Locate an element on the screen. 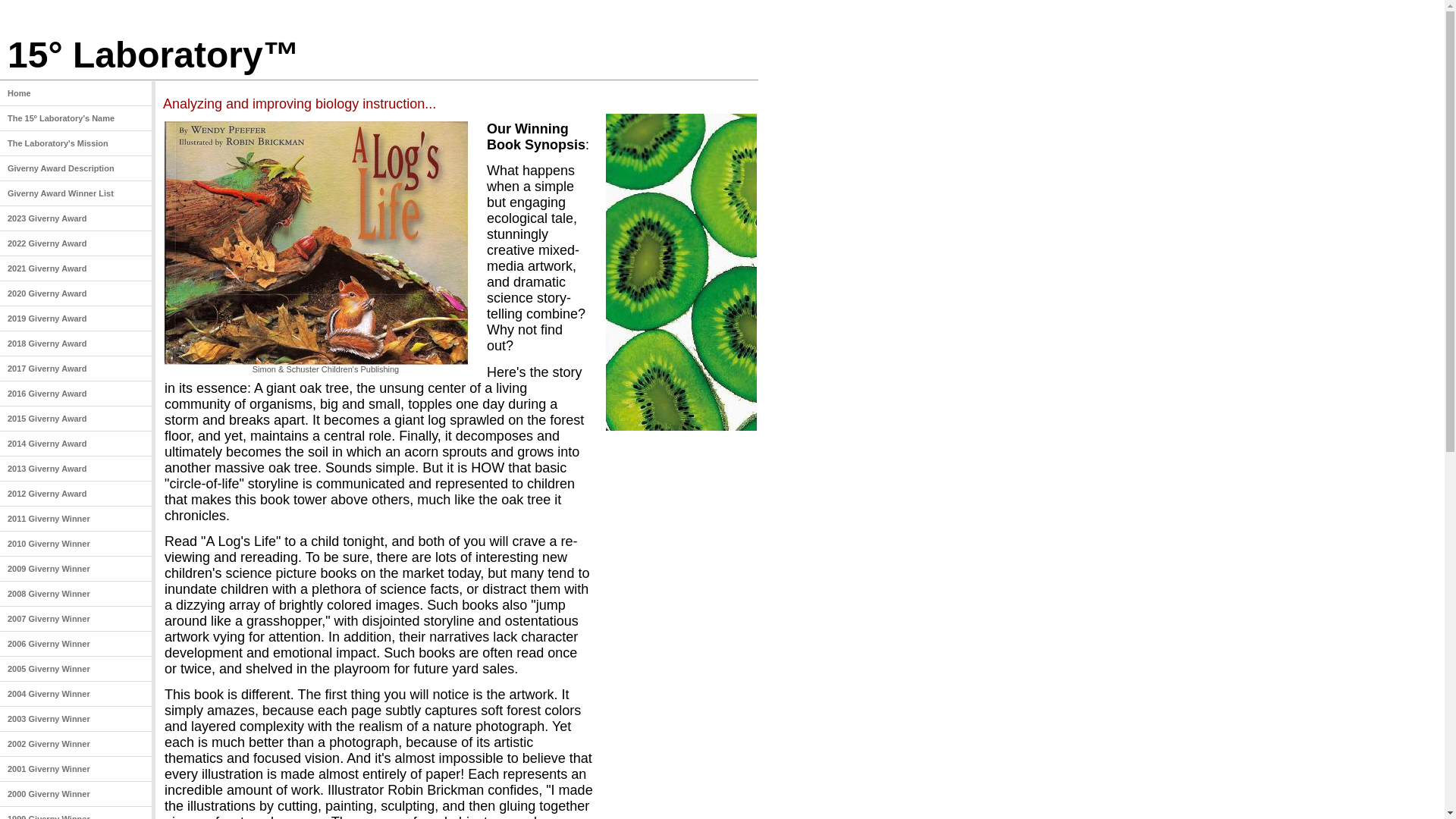  'Home' is located at coordinates (0, 93).